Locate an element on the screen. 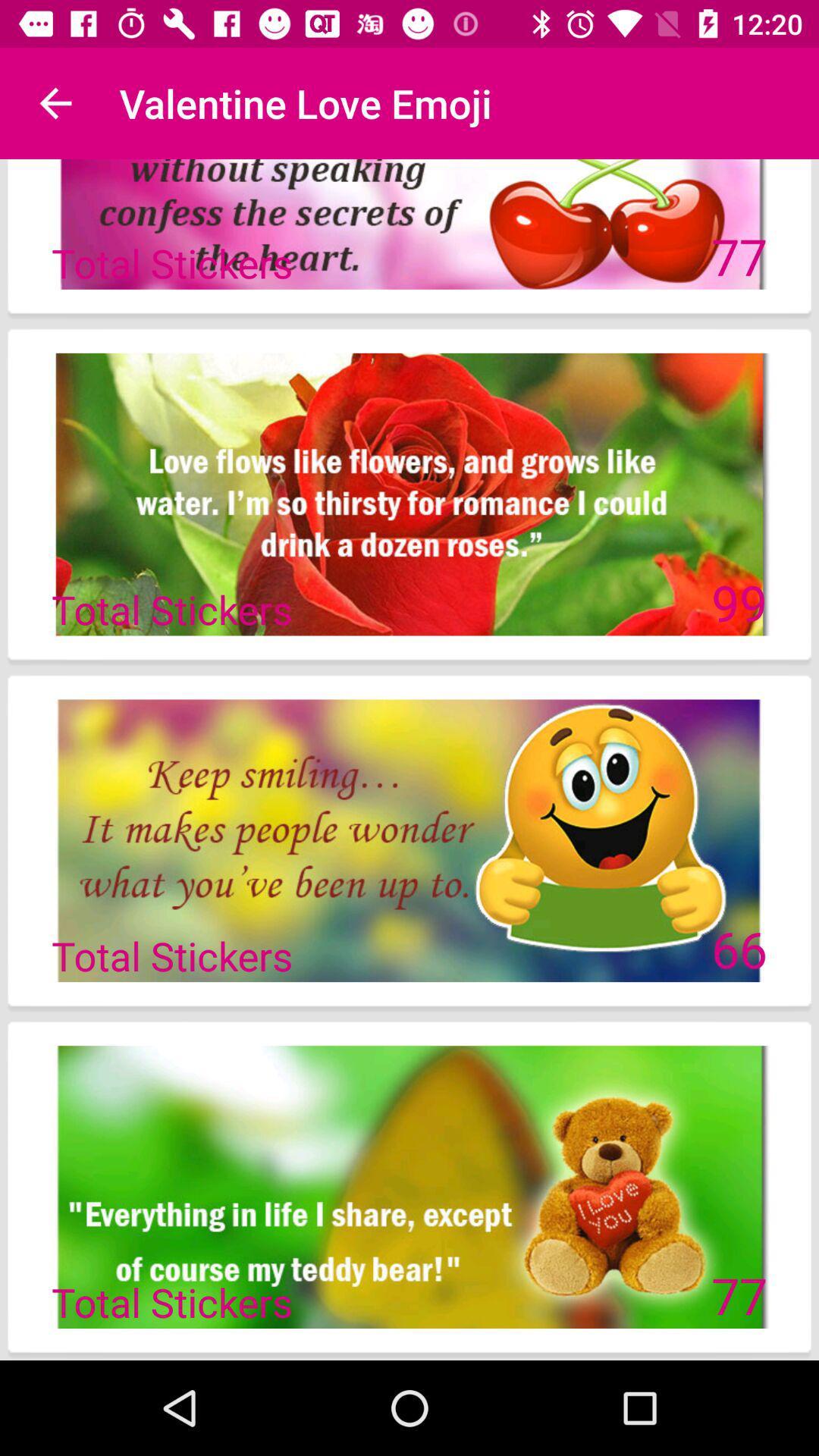  99 icon is located at coordinates (739, 601).